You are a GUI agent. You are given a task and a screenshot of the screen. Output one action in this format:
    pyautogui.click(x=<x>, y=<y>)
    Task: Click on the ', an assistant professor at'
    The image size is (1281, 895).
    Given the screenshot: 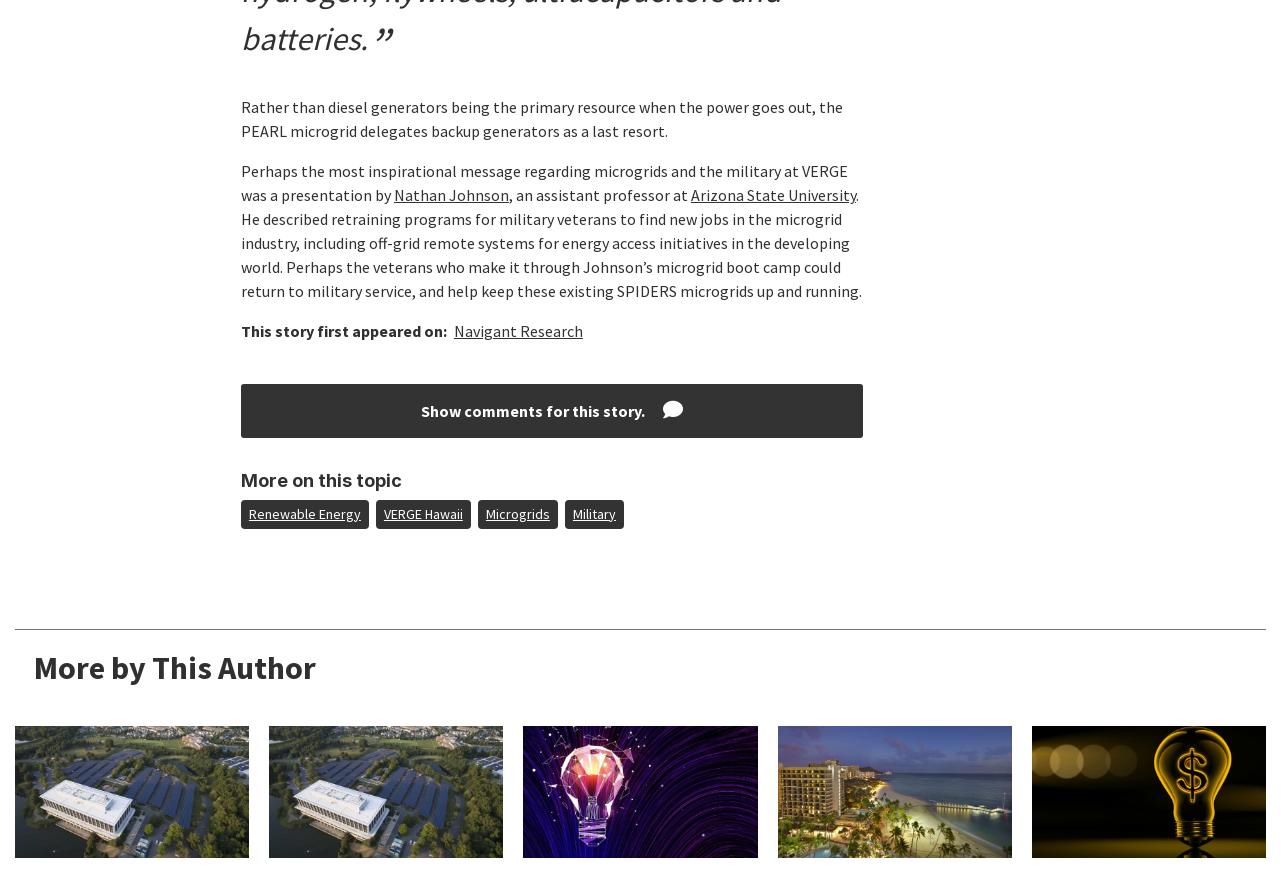 What is the action you would take?
    pyautogui.click(x=598, y=195)
    